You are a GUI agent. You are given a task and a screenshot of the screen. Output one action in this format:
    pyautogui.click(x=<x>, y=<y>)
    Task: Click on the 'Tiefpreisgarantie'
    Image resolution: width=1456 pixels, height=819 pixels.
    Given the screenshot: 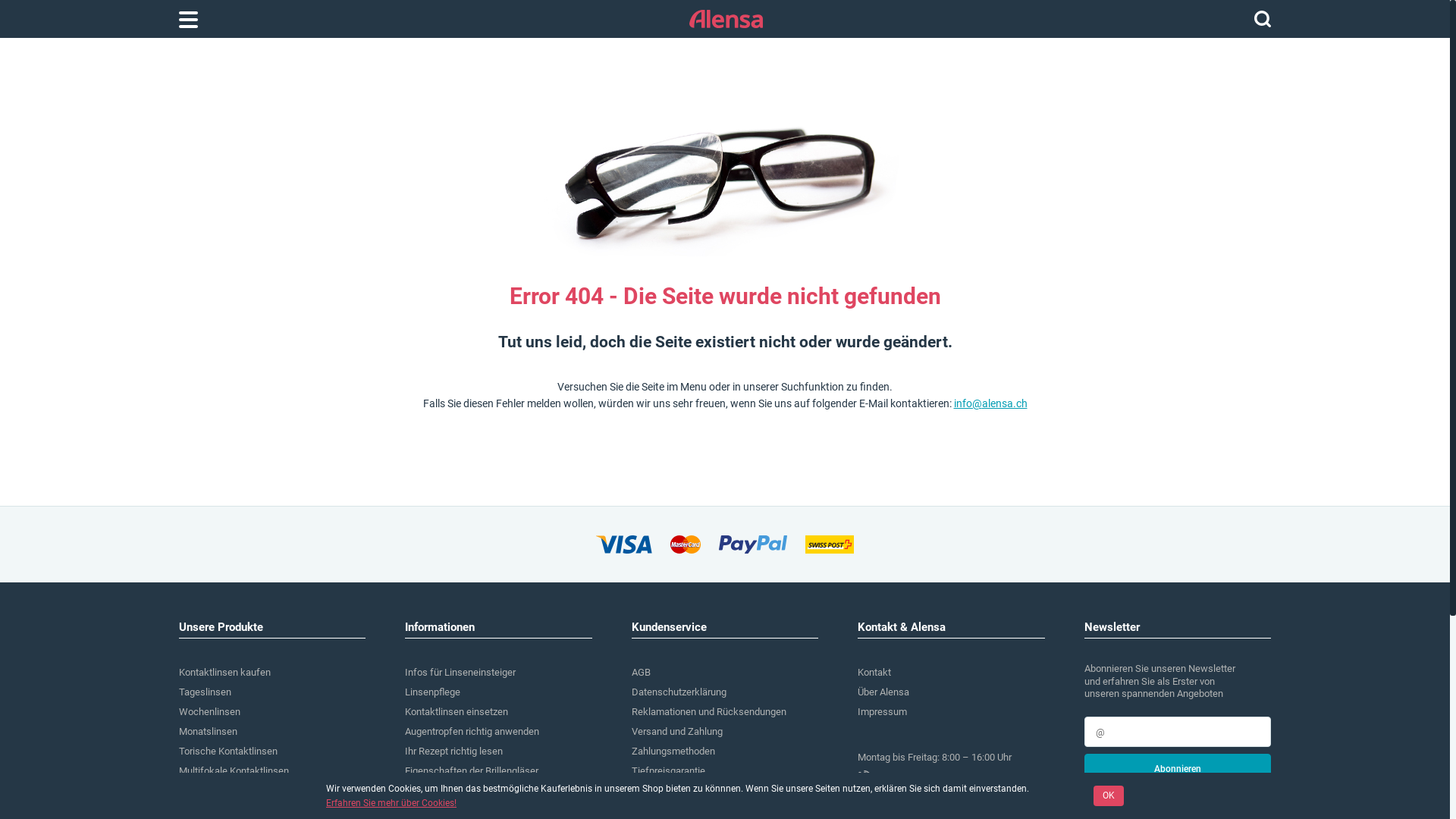 What is the action you would take?
    pyautogui.click(x=667, y=770)
    